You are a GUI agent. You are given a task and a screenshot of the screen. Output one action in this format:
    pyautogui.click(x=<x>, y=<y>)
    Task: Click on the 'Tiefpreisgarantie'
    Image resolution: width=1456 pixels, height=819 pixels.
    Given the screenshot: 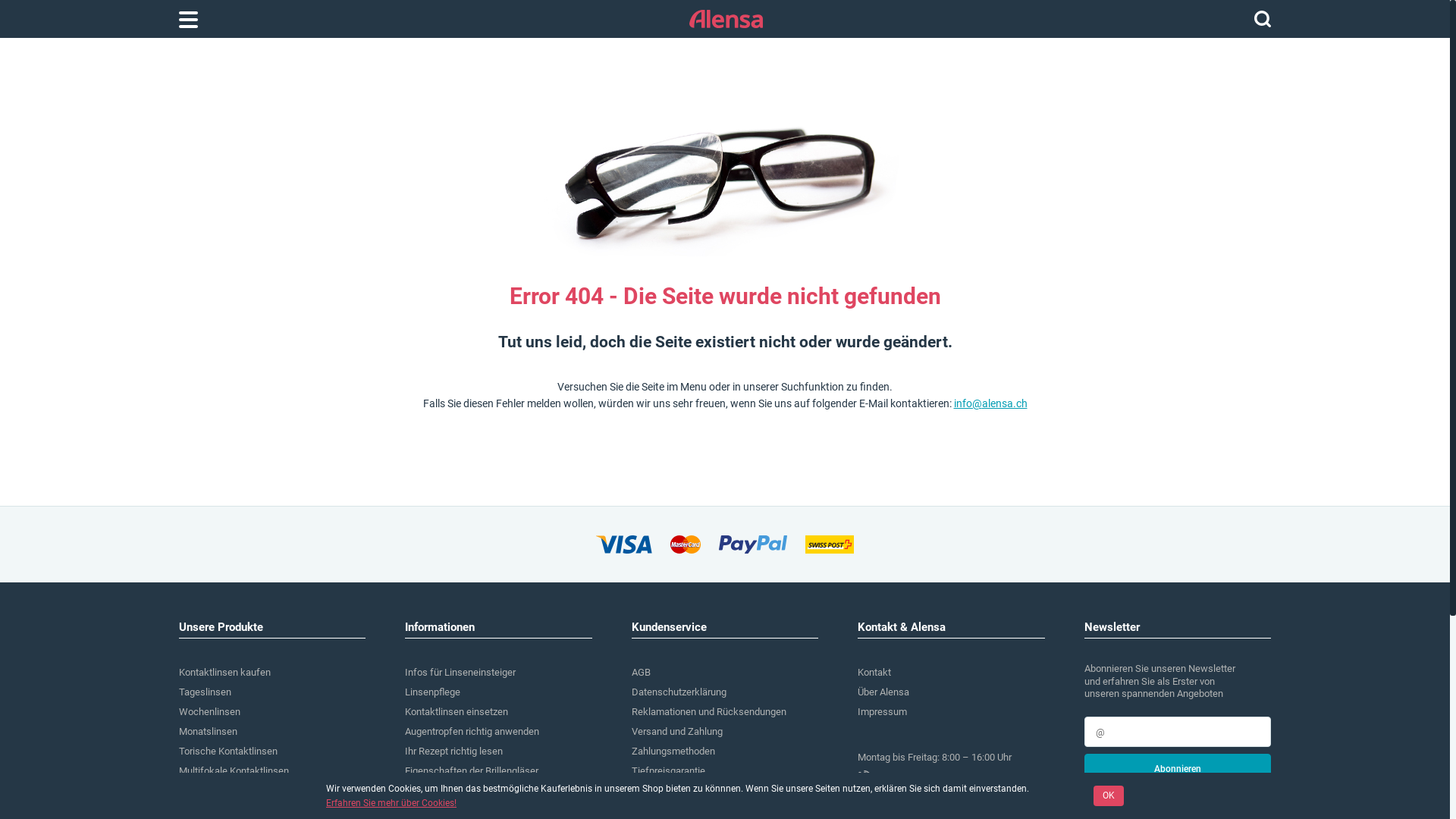 What is the action you would take?
    pyautogui.click(x=667, y=770)
    